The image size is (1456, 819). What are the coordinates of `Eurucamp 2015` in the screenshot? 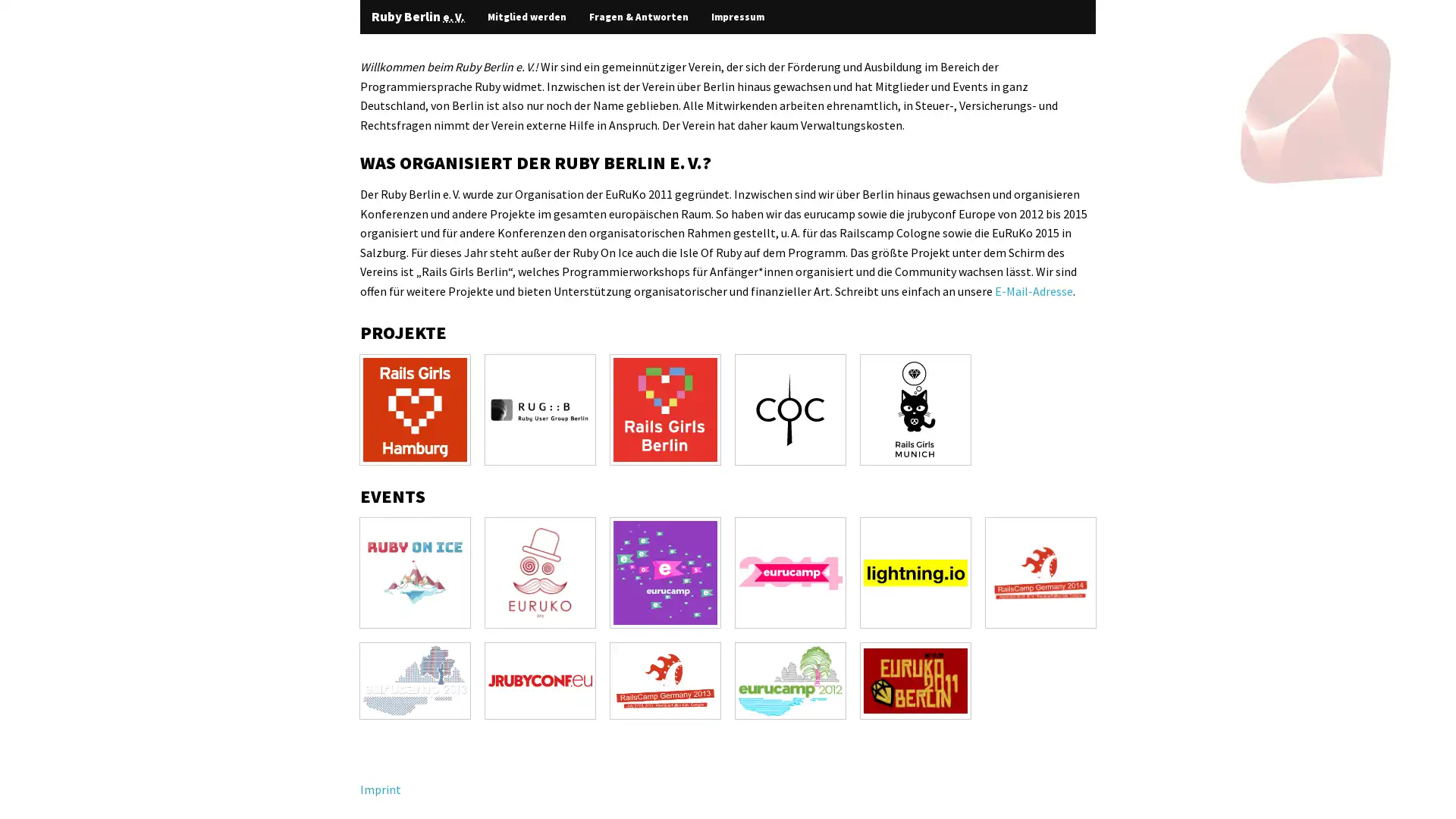 It's located at (665, 573).